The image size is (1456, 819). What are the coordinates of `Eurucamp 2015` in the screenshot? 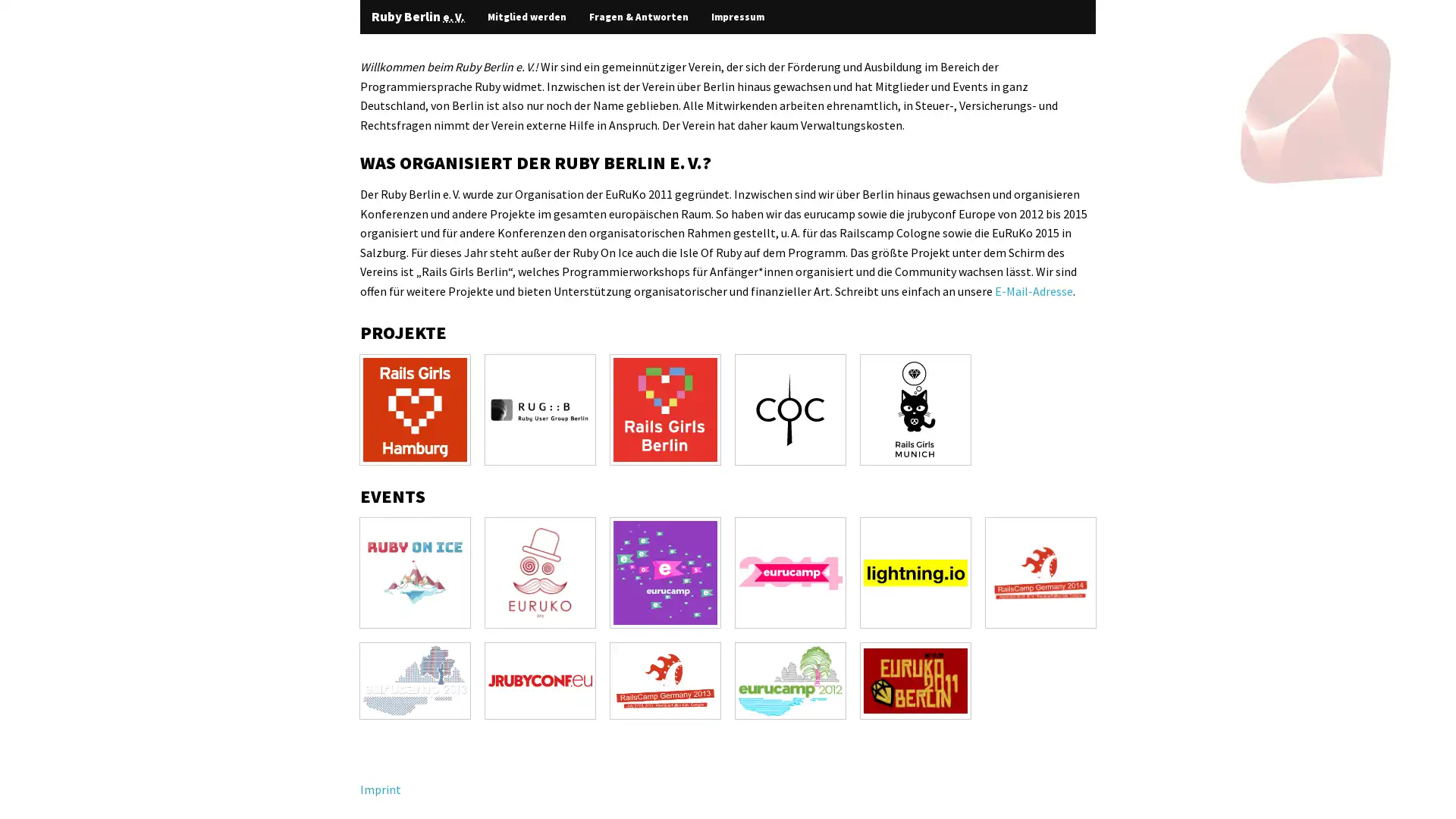 It's located at (665, 573).